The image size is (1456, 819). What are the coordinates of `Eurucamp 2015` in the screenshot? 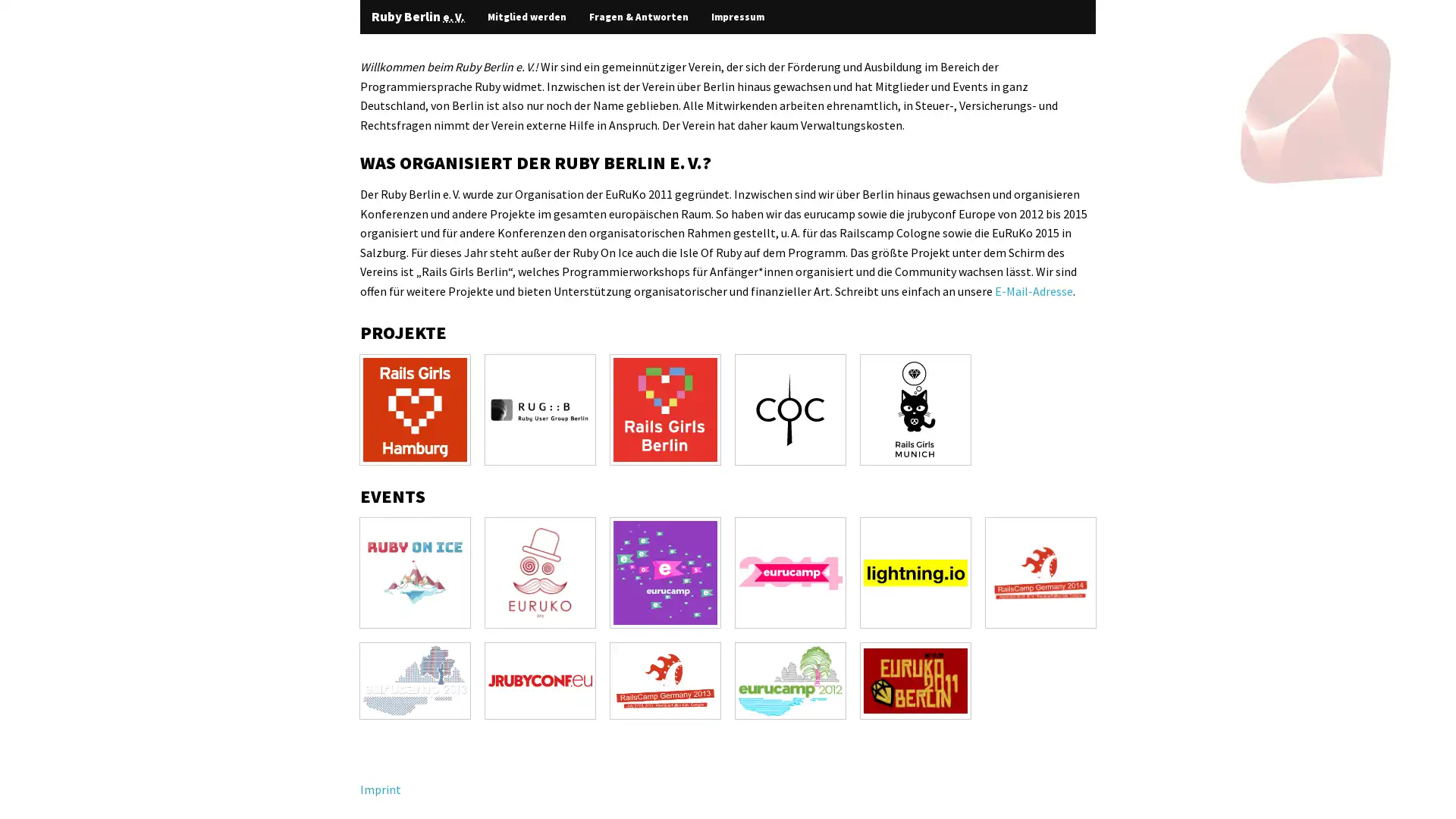 It's located at (665, 573).